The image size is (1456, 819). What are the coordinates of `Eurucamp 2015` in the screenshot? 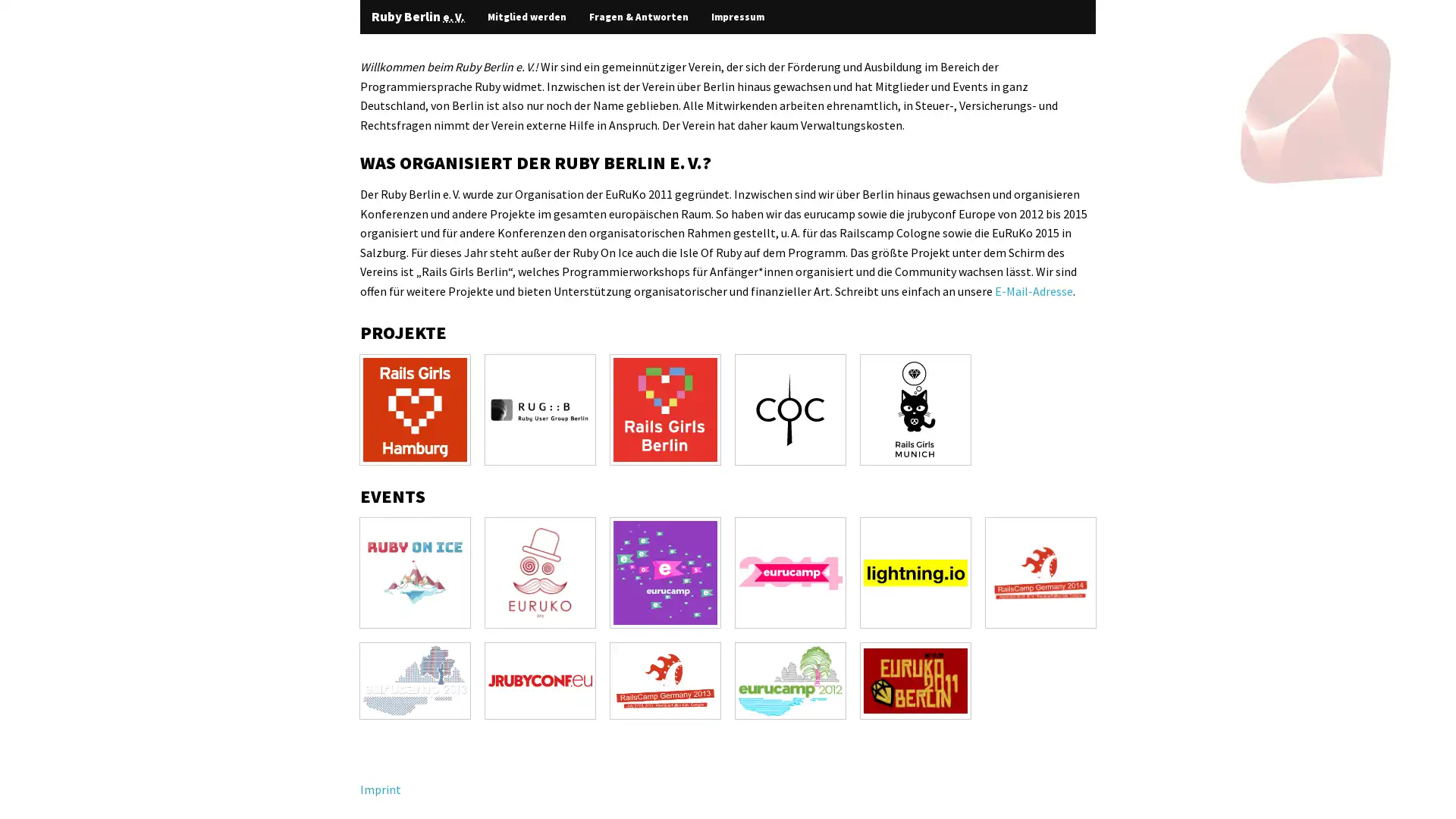 It's located at (665, 573).